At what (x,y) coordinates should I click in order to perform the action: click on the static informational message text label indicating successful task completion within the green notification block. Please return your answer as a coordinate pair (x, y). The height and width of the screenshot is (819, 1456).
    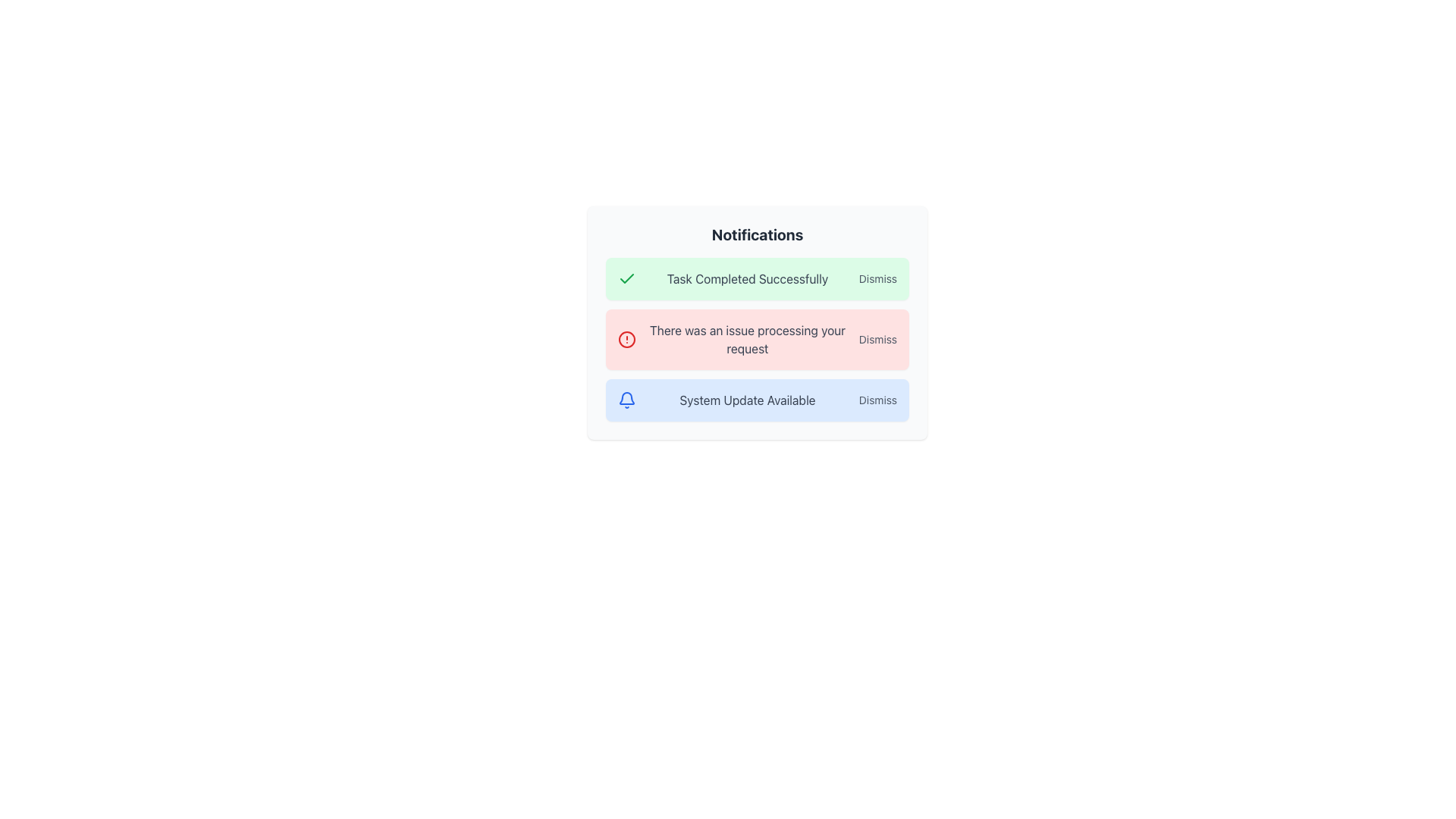
    Looking at the image, I should click on (747, 278).